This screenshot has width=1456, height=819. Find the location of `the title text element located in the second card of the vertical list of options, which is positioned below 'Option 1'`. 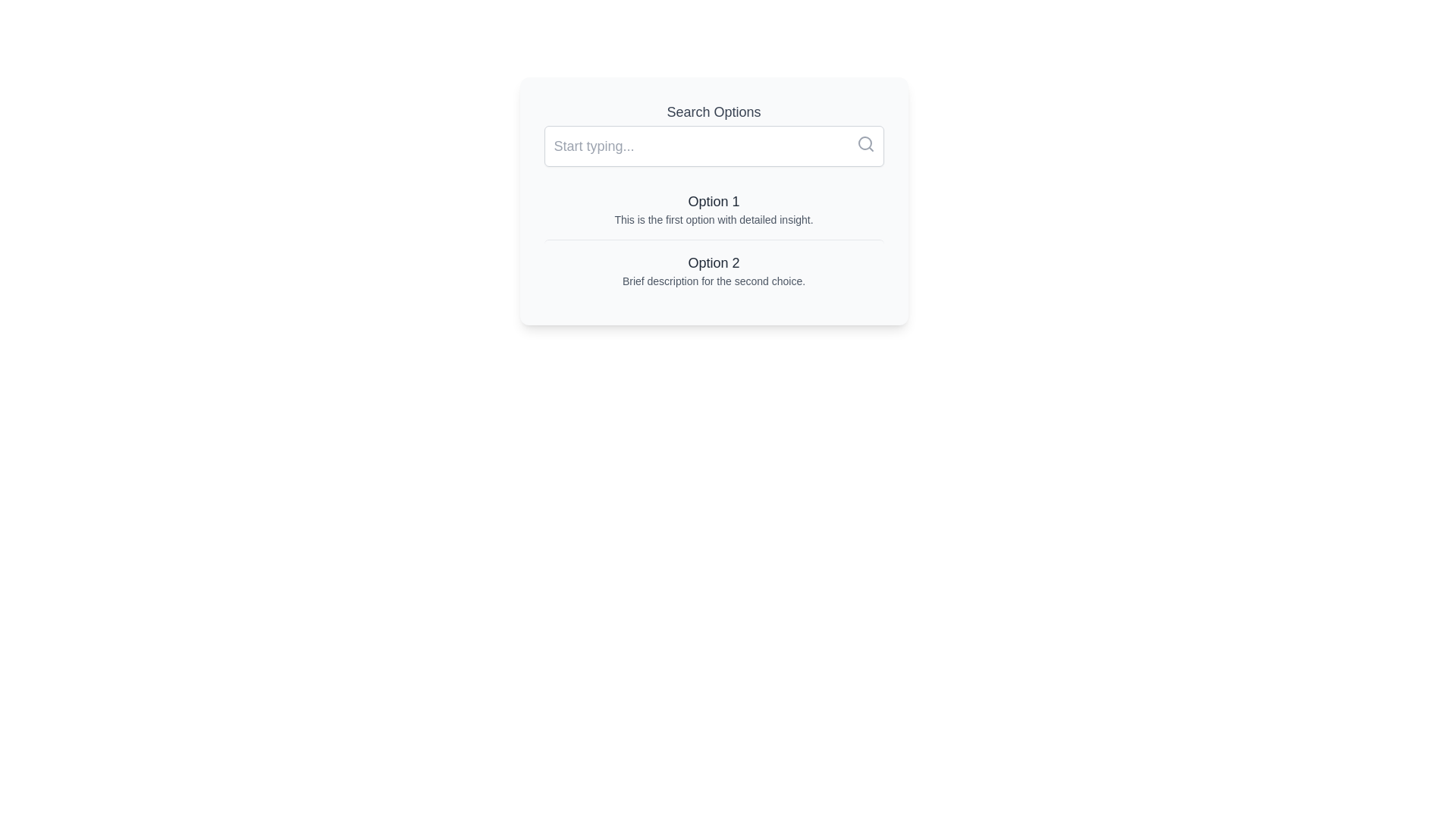

the title text element located in the second card of the vertical list of options, which is positioned below 'Option 1' is located at coordinates (713, 262).